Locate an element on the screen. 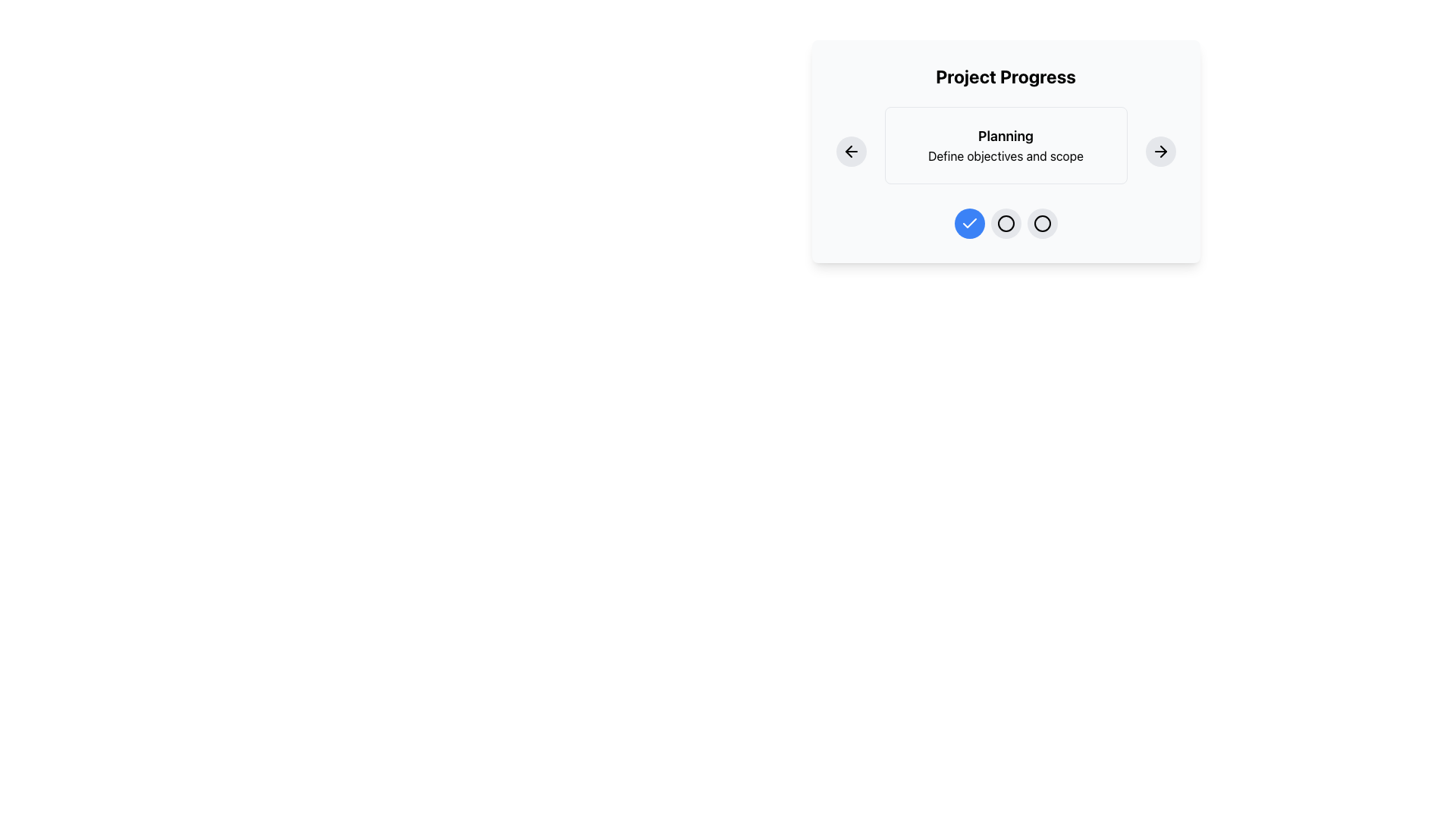  the static text label that reads 'Define objectives and scope', which is located directly below the bold text 'Planning' in a white box is located at coordinates (1006, 155).